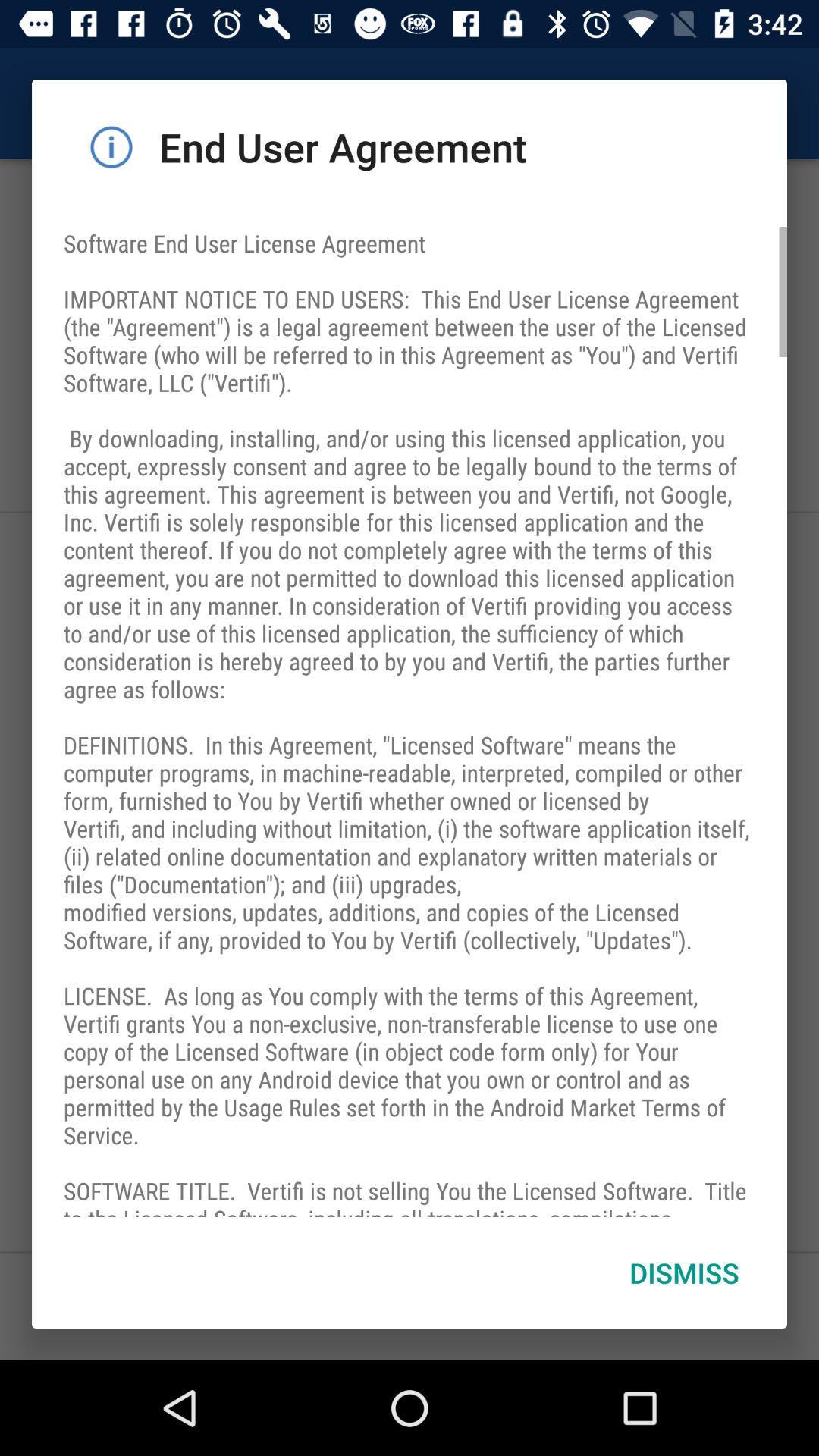  What do you see at coordinates (684, 1272) in the screenshot?
I see `dismiss` at bounding box center [684, 1272].